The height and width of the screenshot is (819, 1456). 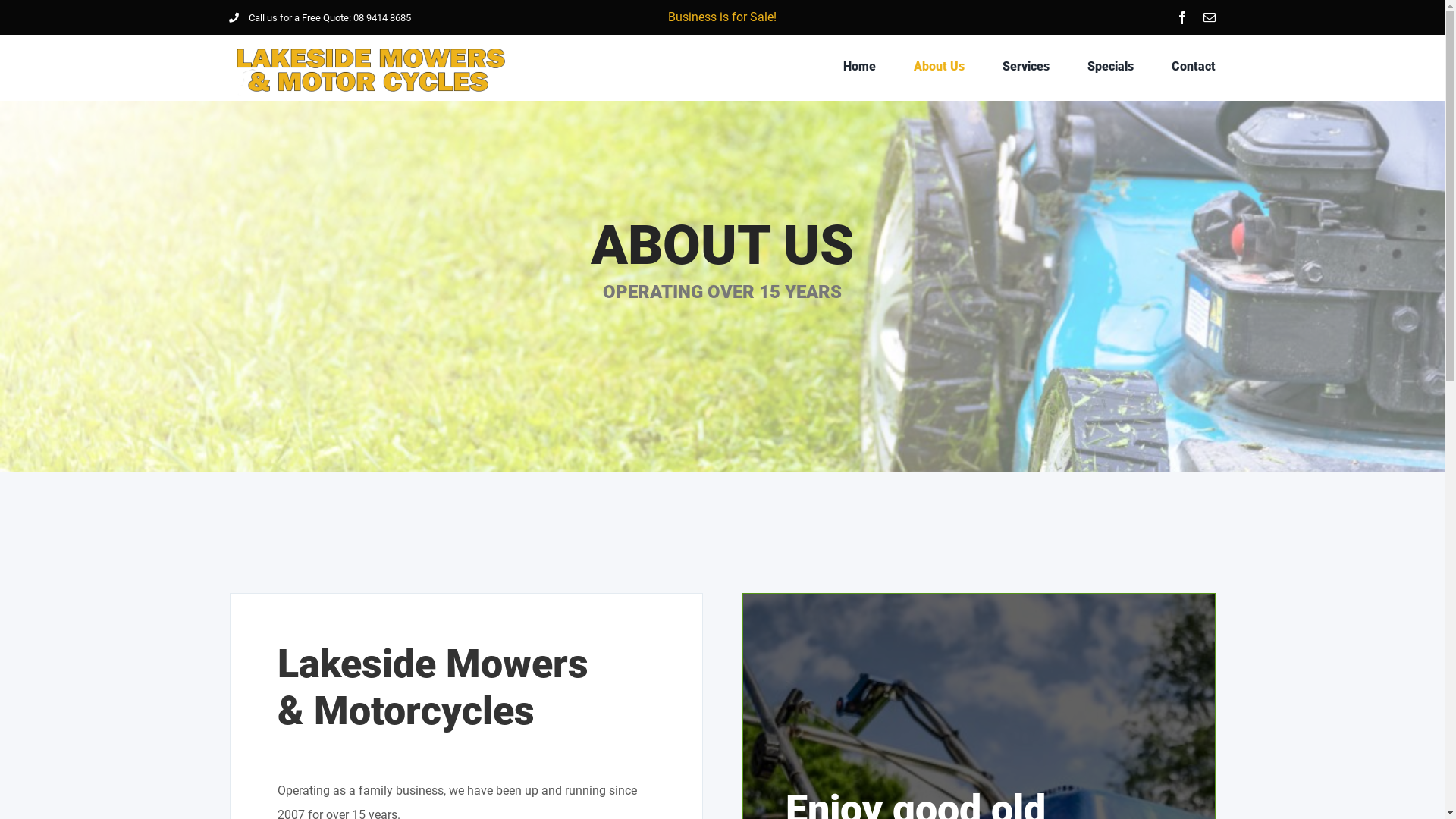 I want to click on 'Specials', so click(x=1110, y=66).